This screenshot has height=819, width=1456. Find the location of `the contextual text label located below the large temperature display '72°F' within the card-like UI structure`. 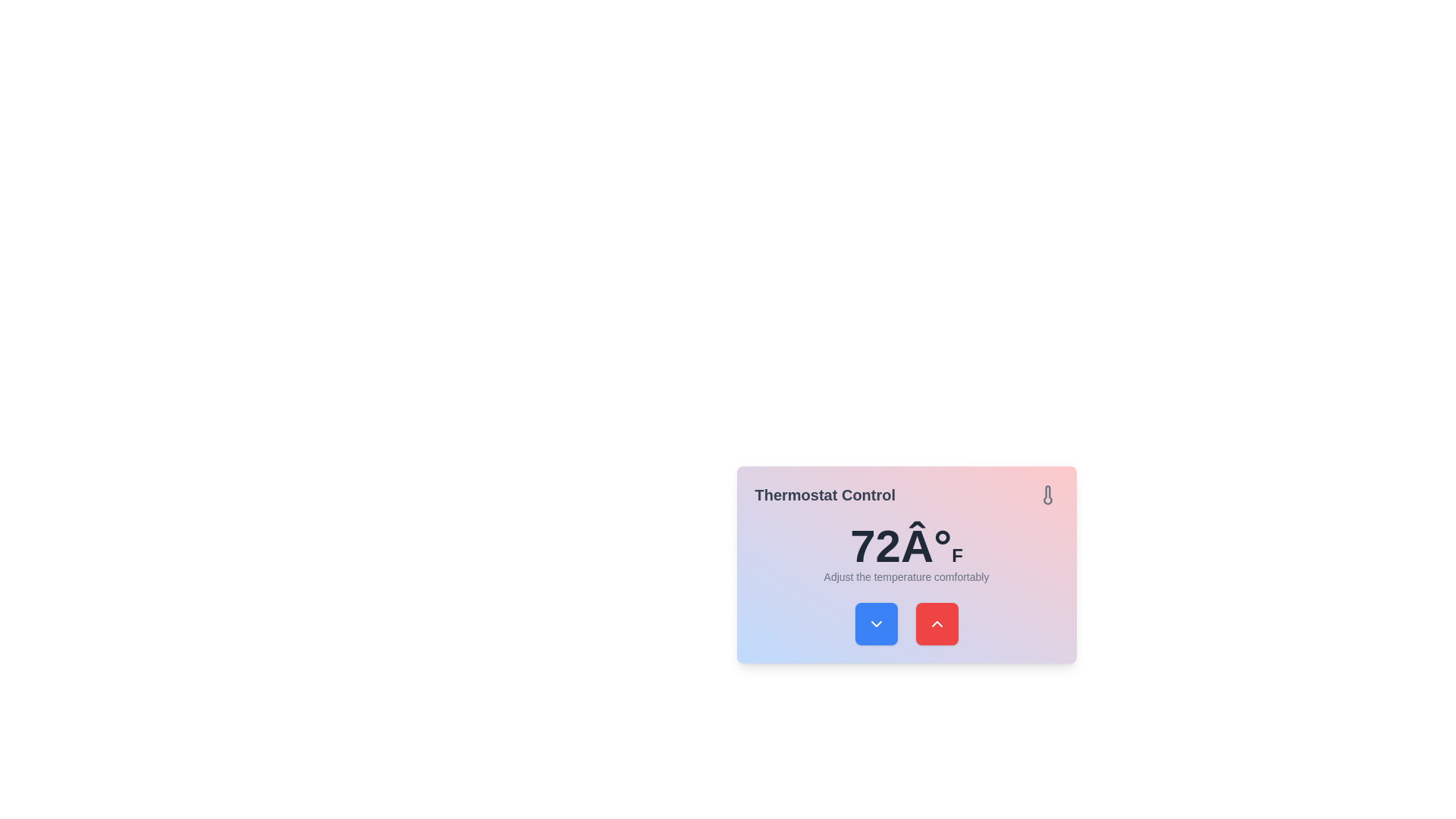

the contextual text label located below the large temperature display '72°F' within the card-like UI structure is located at coordinates (906, 576).